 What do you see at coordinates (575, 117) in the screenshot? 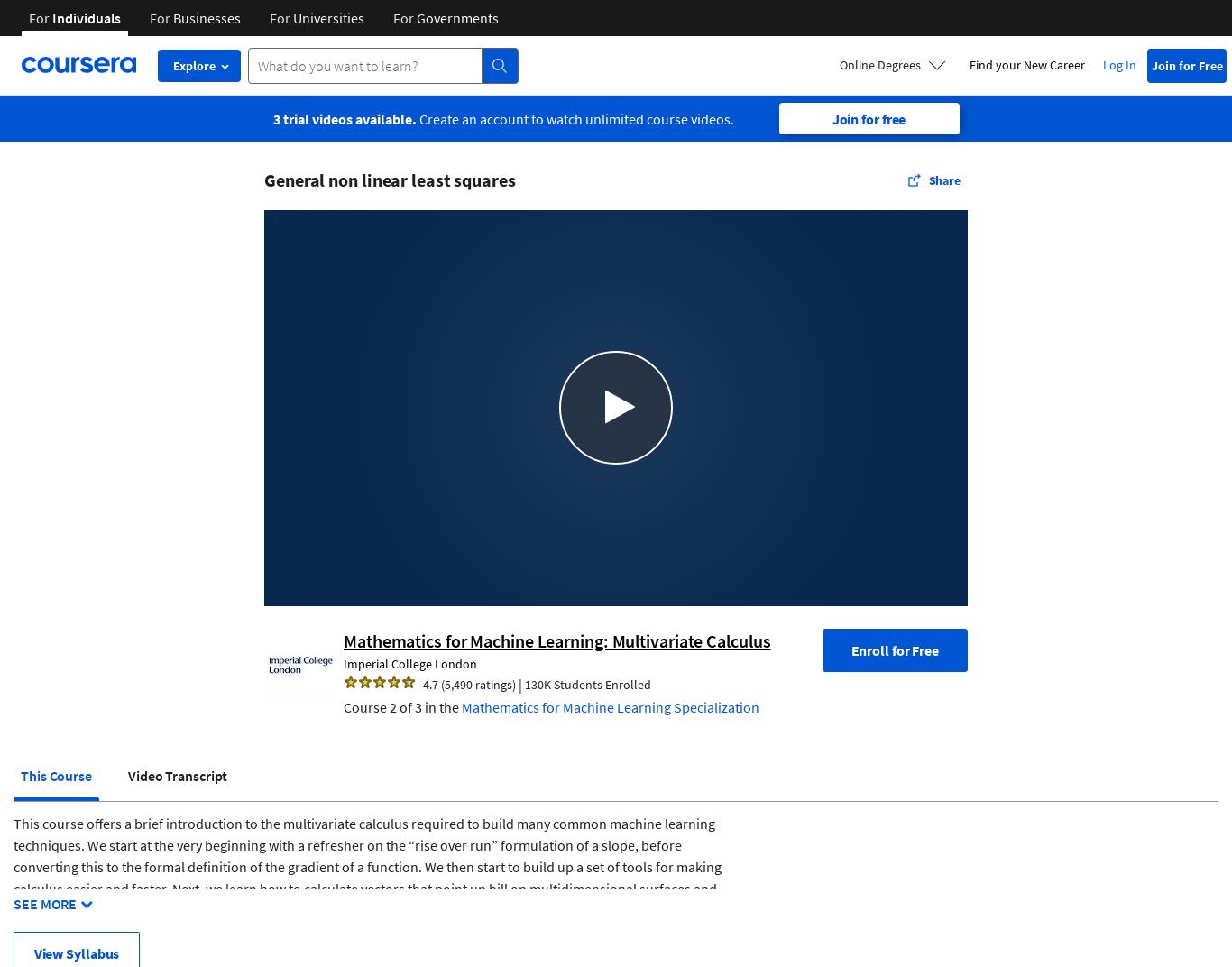
I see `'Create an account to watch unlimited course videos.'` at bounding box center [575, 117].